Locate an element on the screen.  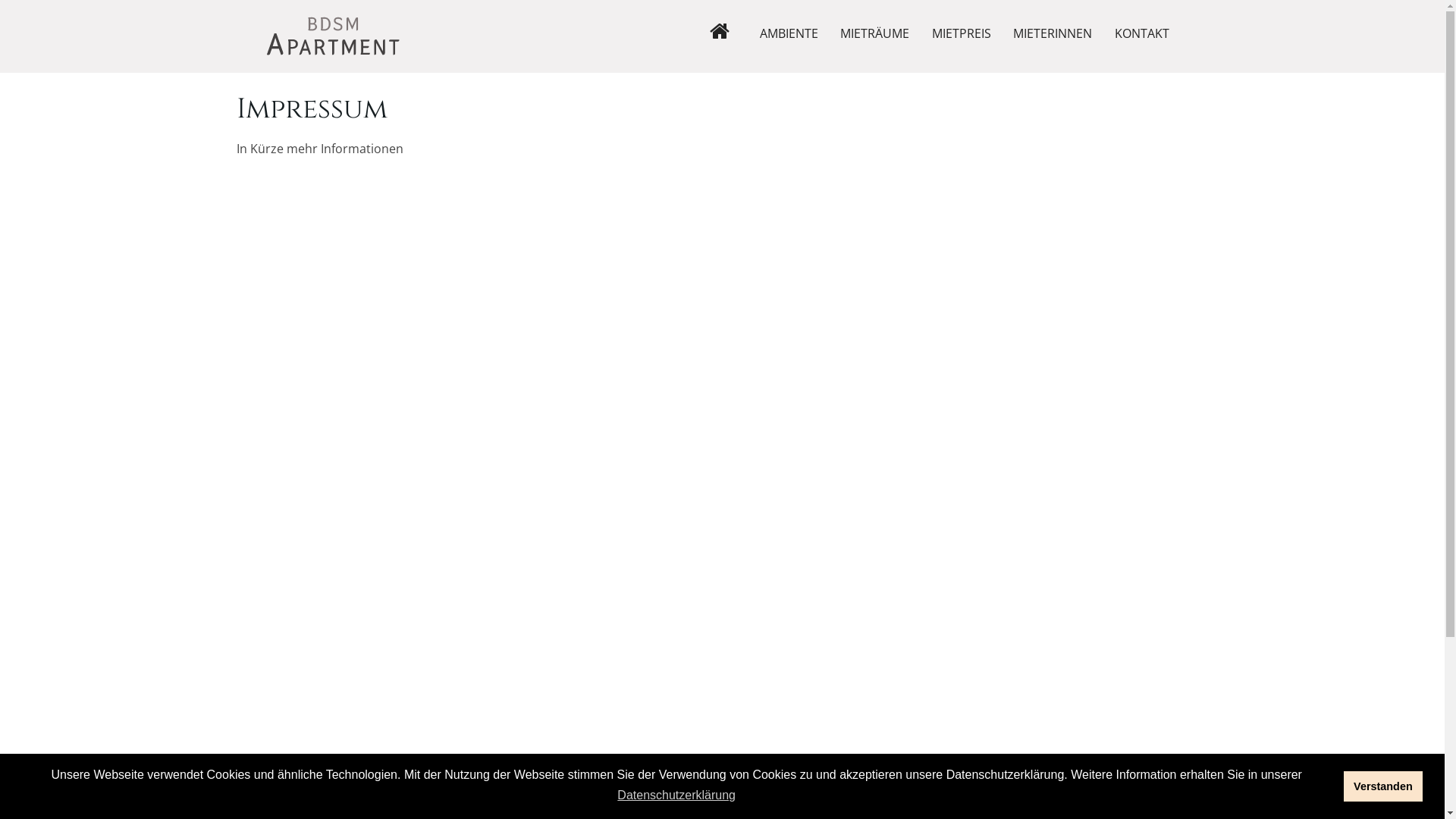
'MIETPREIS' is located at coordinates (960, 33).